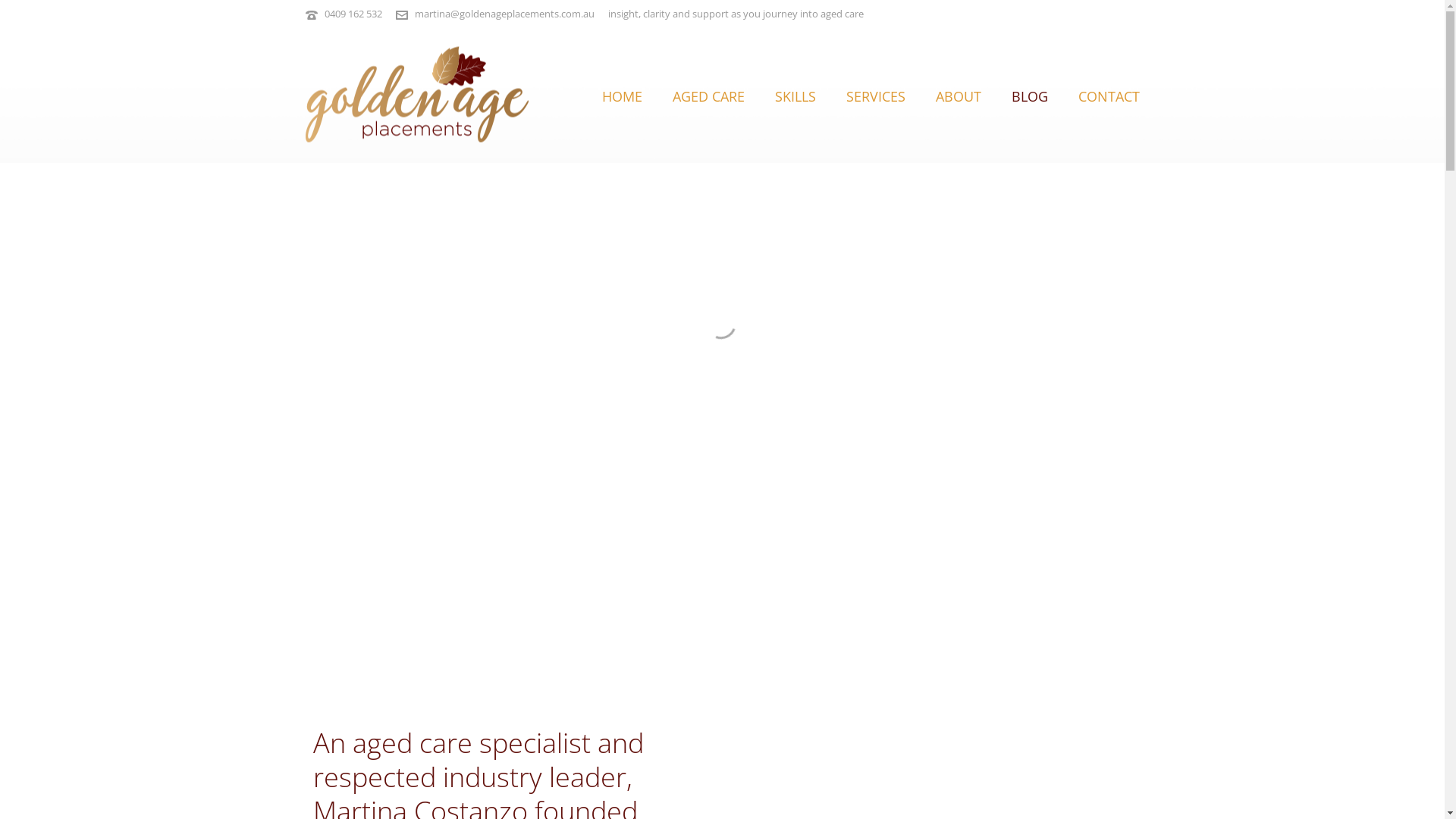 This screenshot has width=1456, height=819. What do you see at coordinates (876, 94) in the screenshot?
I see `'SERVICES'` at bounding box center [876, 94].